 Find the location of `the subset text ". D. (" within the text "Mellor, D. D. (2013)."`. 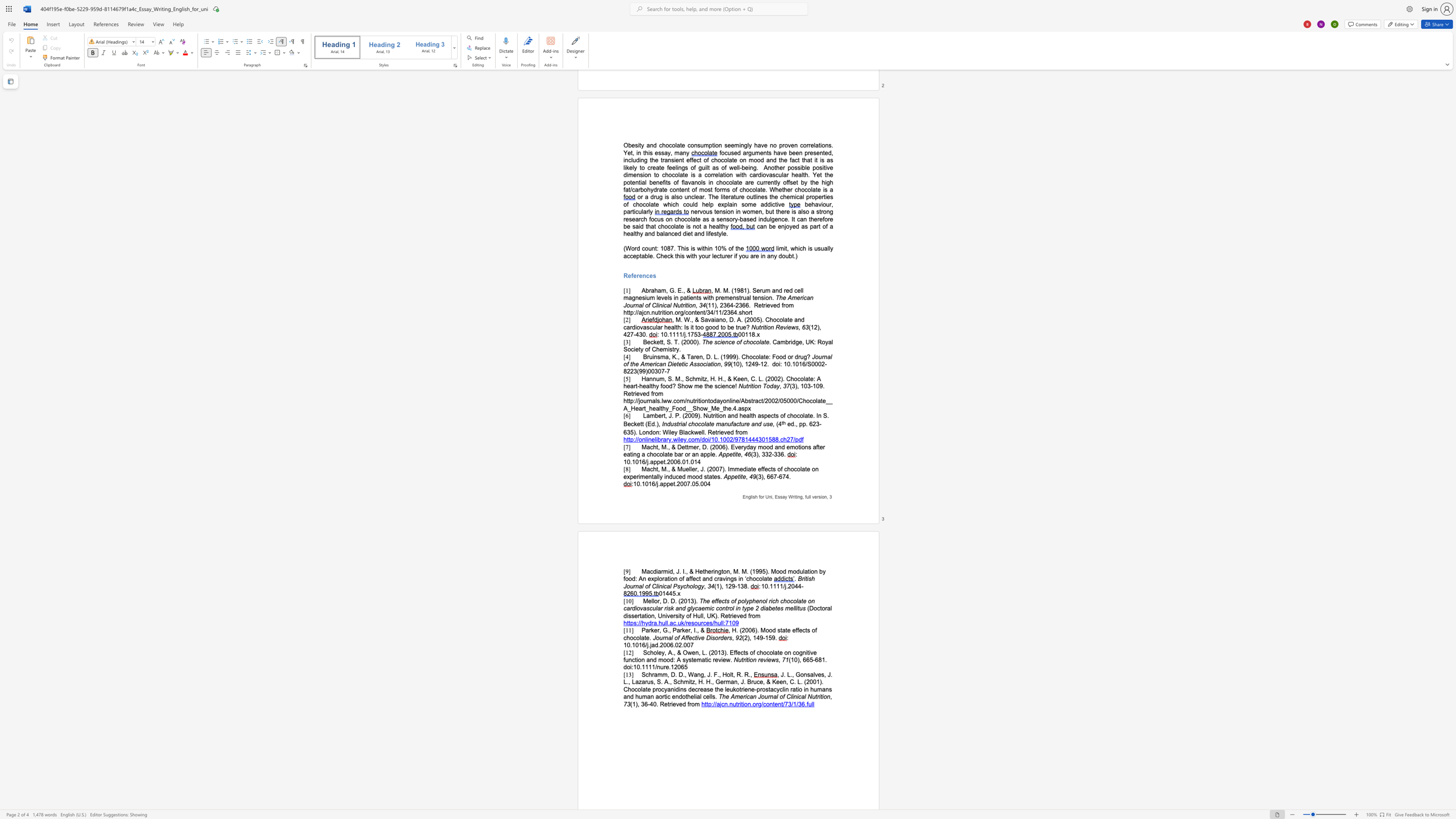

the subset text ". D. (" within the text "Mellor, D. D. (2013)." is located at coordinates (667, 600).